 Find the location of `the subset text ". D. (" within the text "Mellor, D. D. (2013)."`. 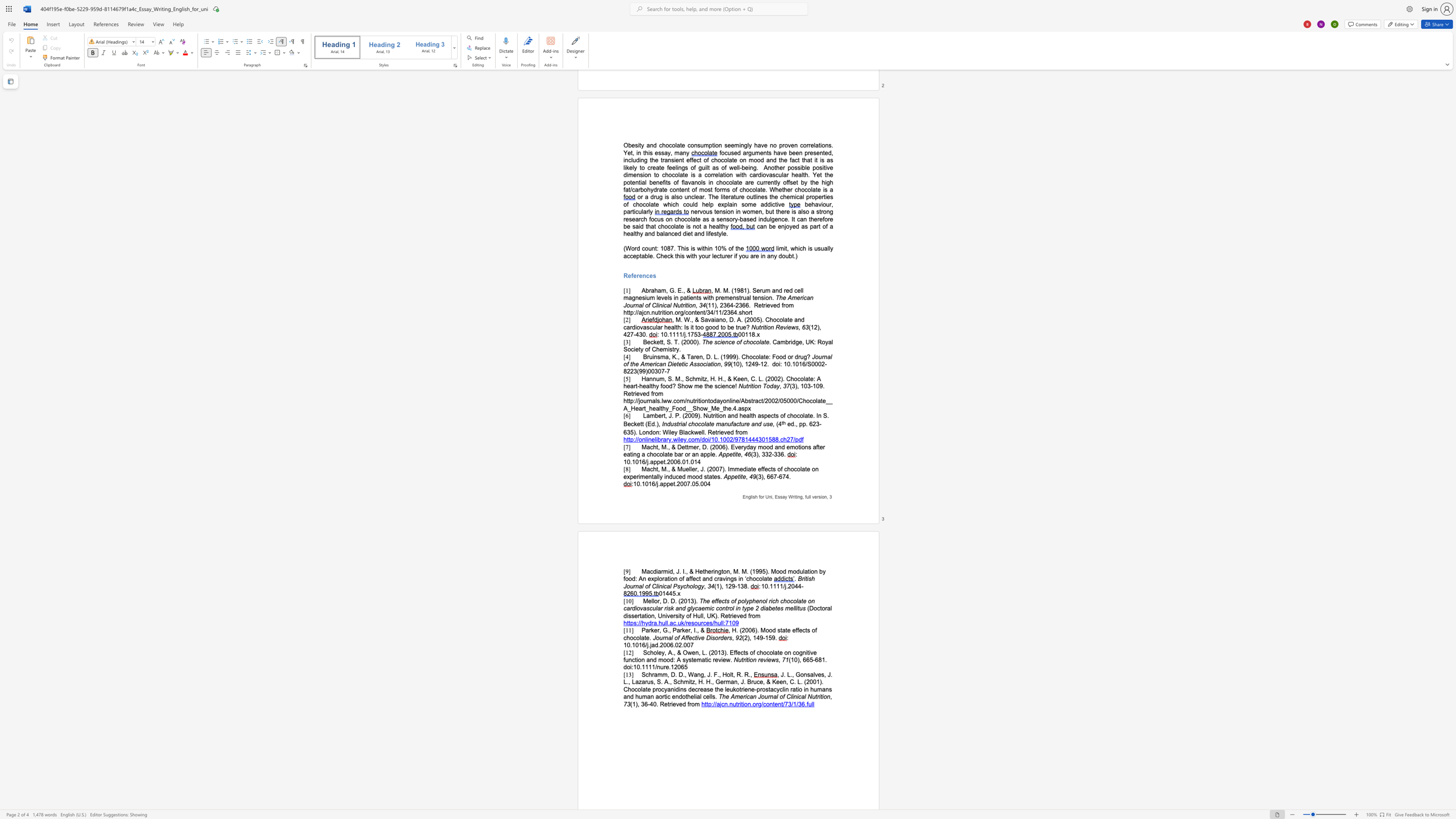

the subset text ". D. (" within the text "Mellor, D. D. (2013)." is located at coordinates (667, 600).